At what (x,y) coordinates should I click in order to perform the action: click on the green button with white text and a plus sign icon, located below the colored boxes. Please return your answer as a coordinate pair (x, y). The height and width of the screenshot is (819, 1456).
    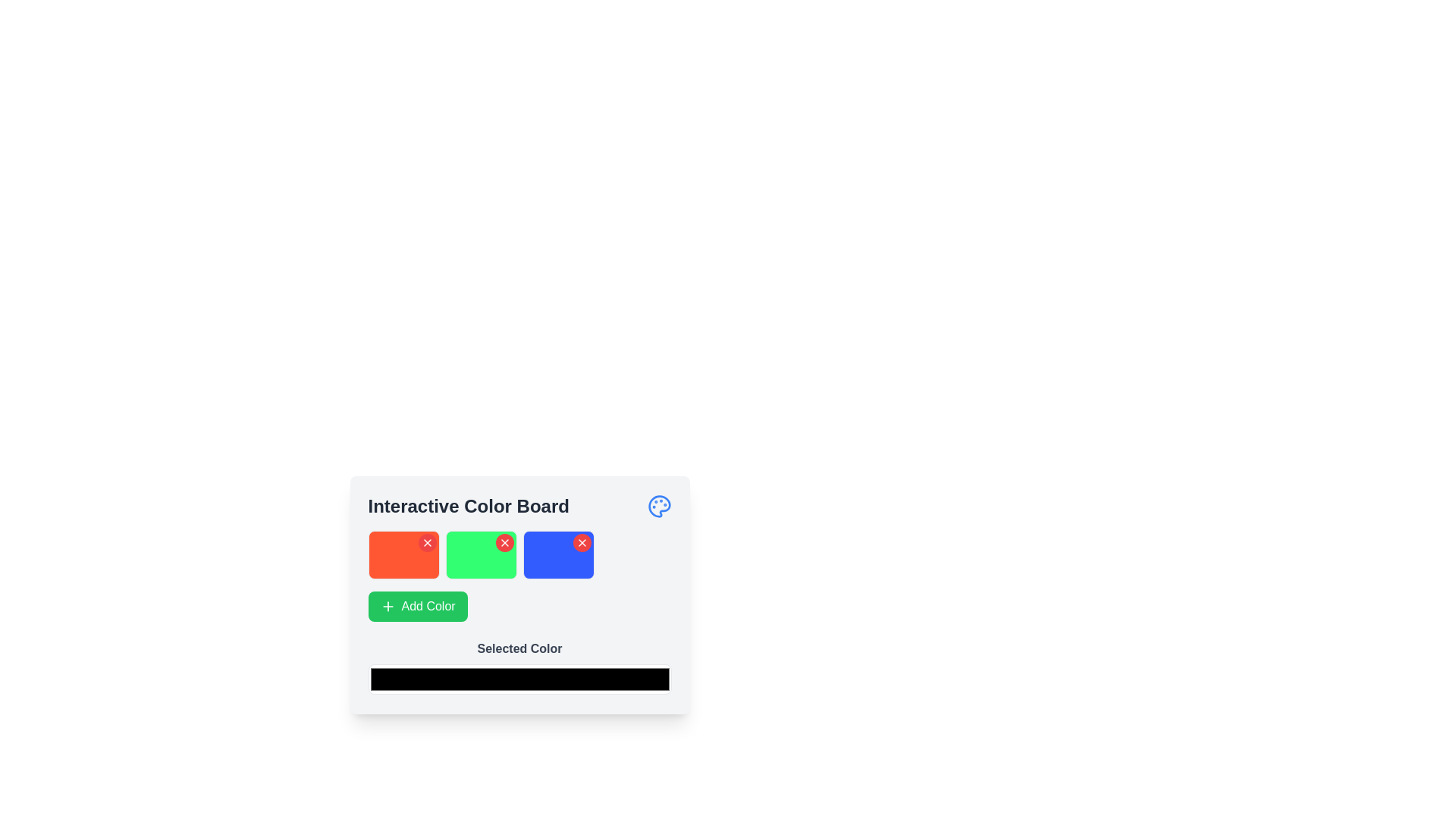
    Looking at the image, I should click on (418, 605).